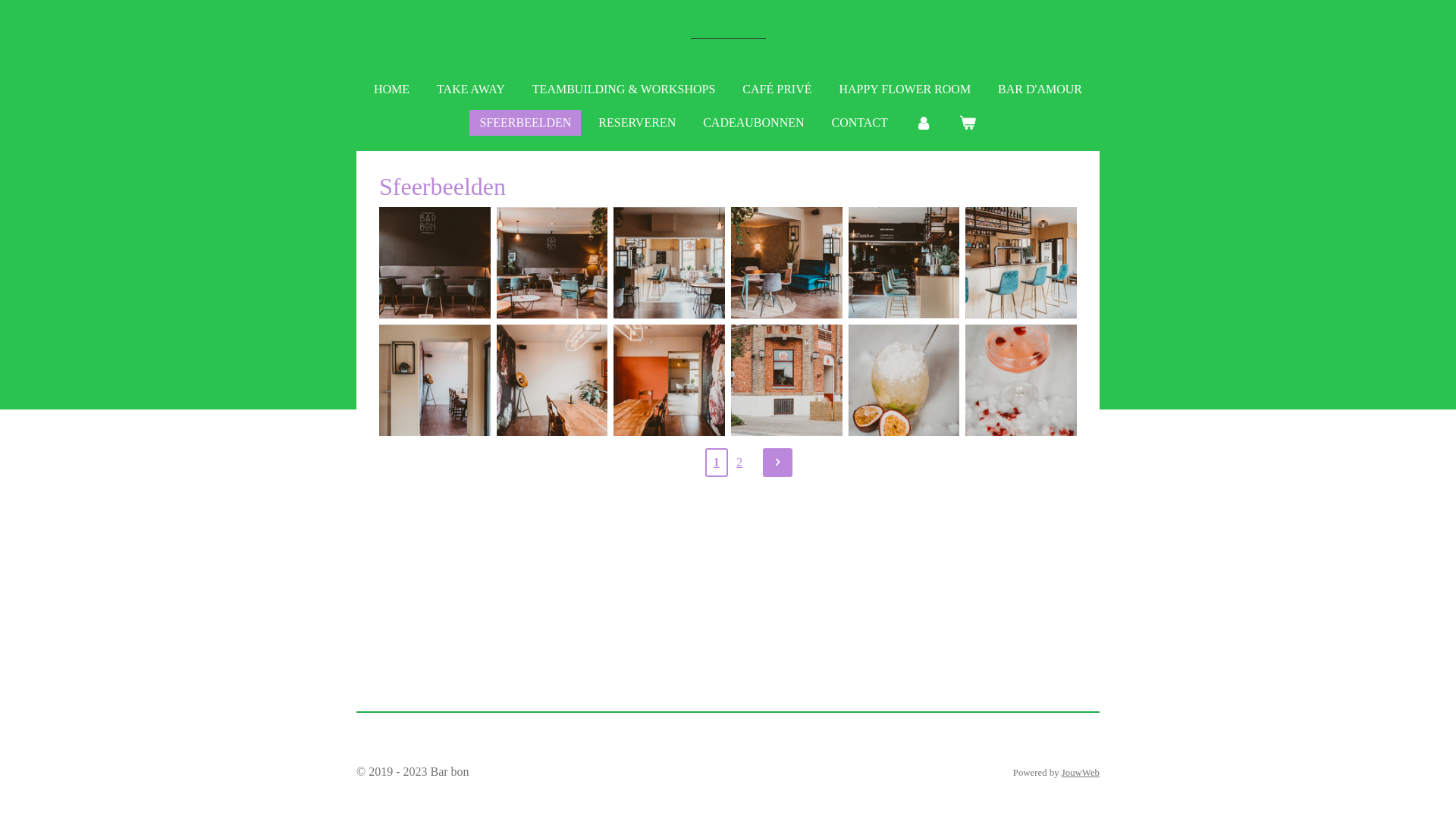 Image resolution: width=1456 pixels, height=819 pixels. What do you see at coordinates (1039, 89) in the screenshot?
I see `'BAR D'AMOUR'` at bounding box center [1039, 89].